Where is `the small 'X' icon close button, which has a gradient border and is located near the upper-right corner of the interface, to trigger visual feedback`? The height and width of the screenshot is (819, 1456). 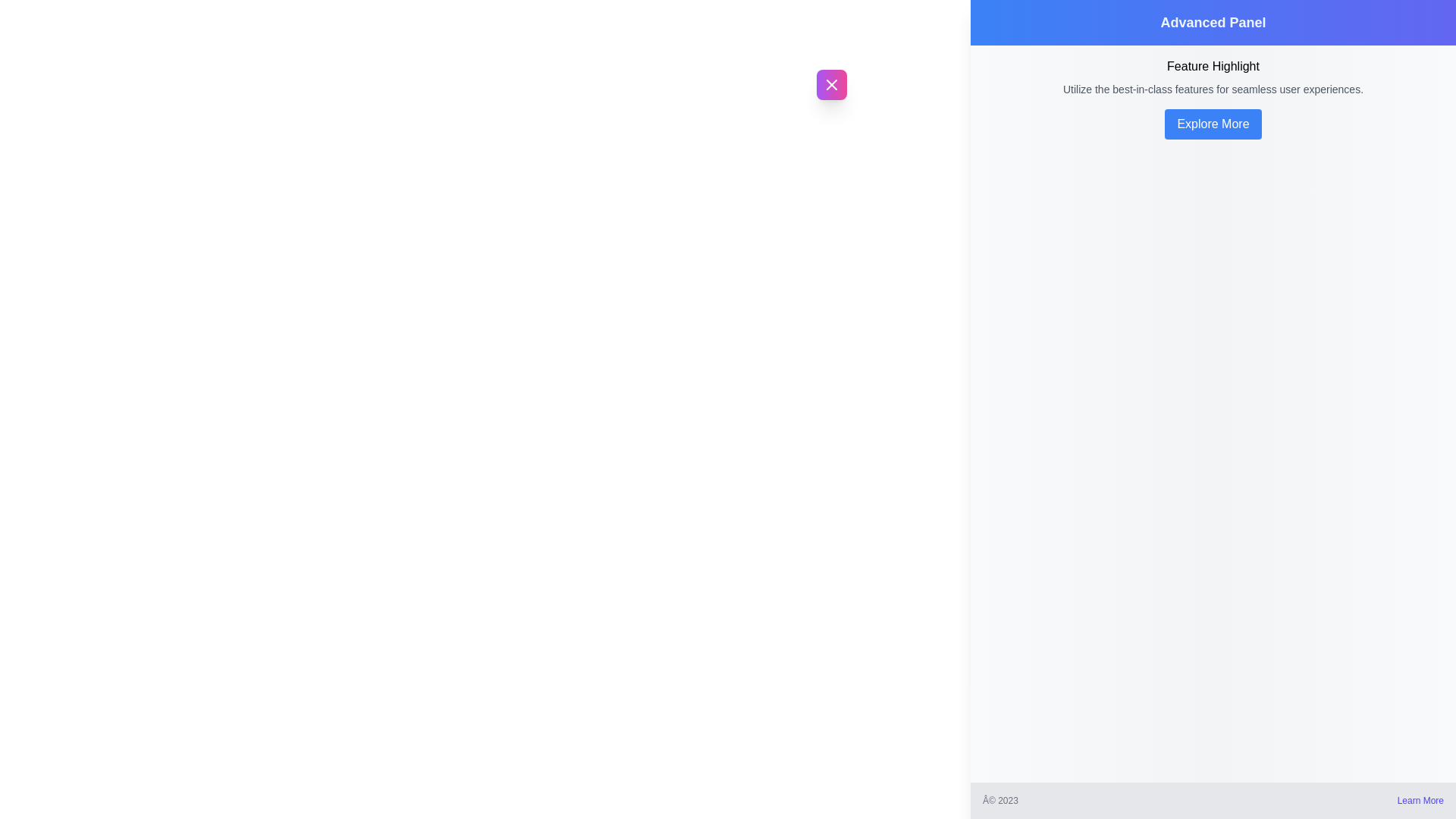 the small 'X' icon close button, which has a gradient border and is located near the upper-right corner of the interface, to trigger visual feedback is located at coordinates (830, 84).